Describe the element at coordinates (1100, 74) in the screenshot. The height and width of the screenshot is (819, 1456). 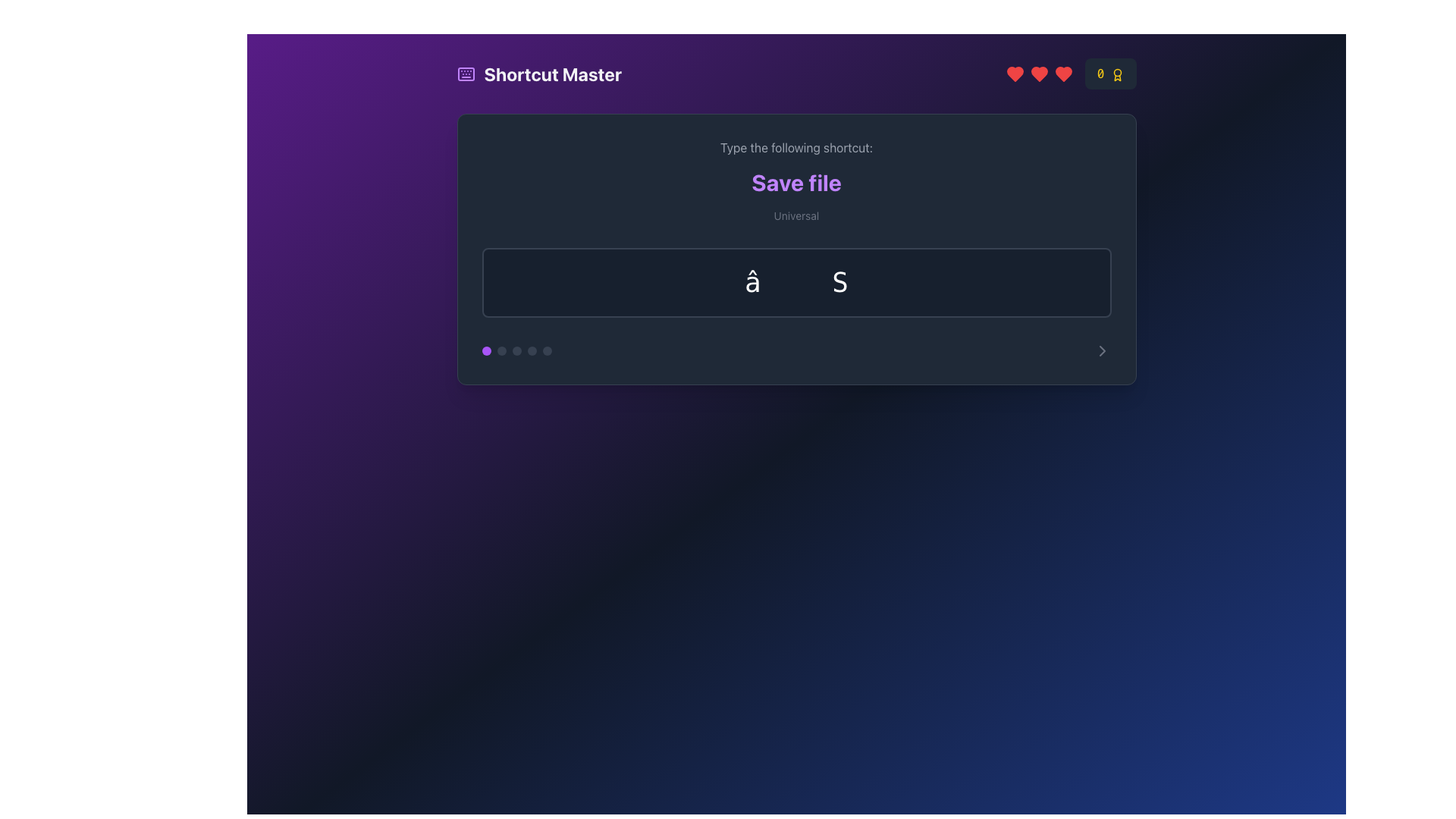
I see `the yellow-colored number '0' displayed in a monospace font style located in the top-right corner of the interface on a dark-gray background` at that location.